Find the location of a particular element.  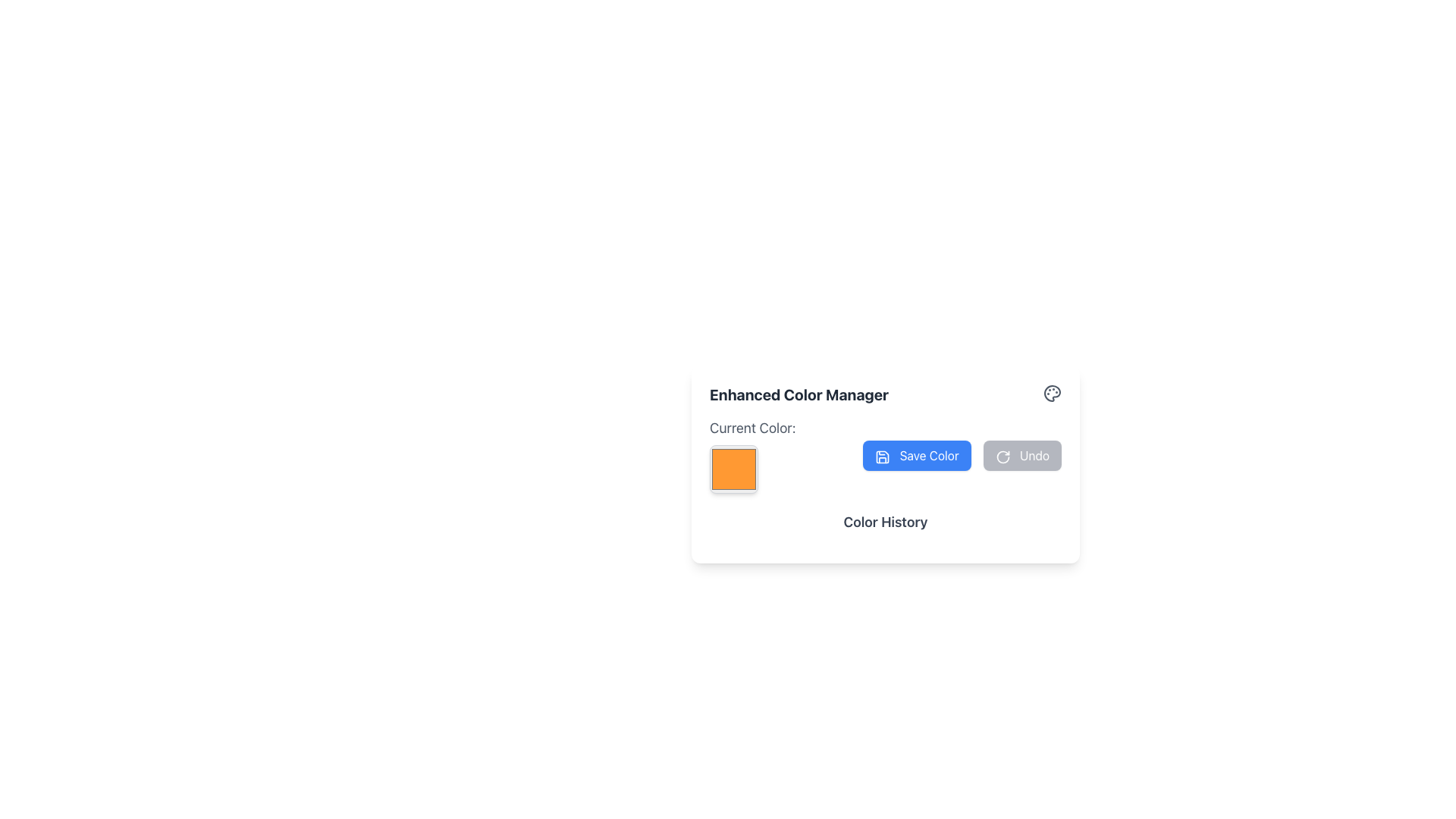

the 'Save Color' button, which is a rectangular button with rounded corners, blue background, and white text, located between the 'Current Color:' display and the 'Undo' button is located at coordinates (916, 455).